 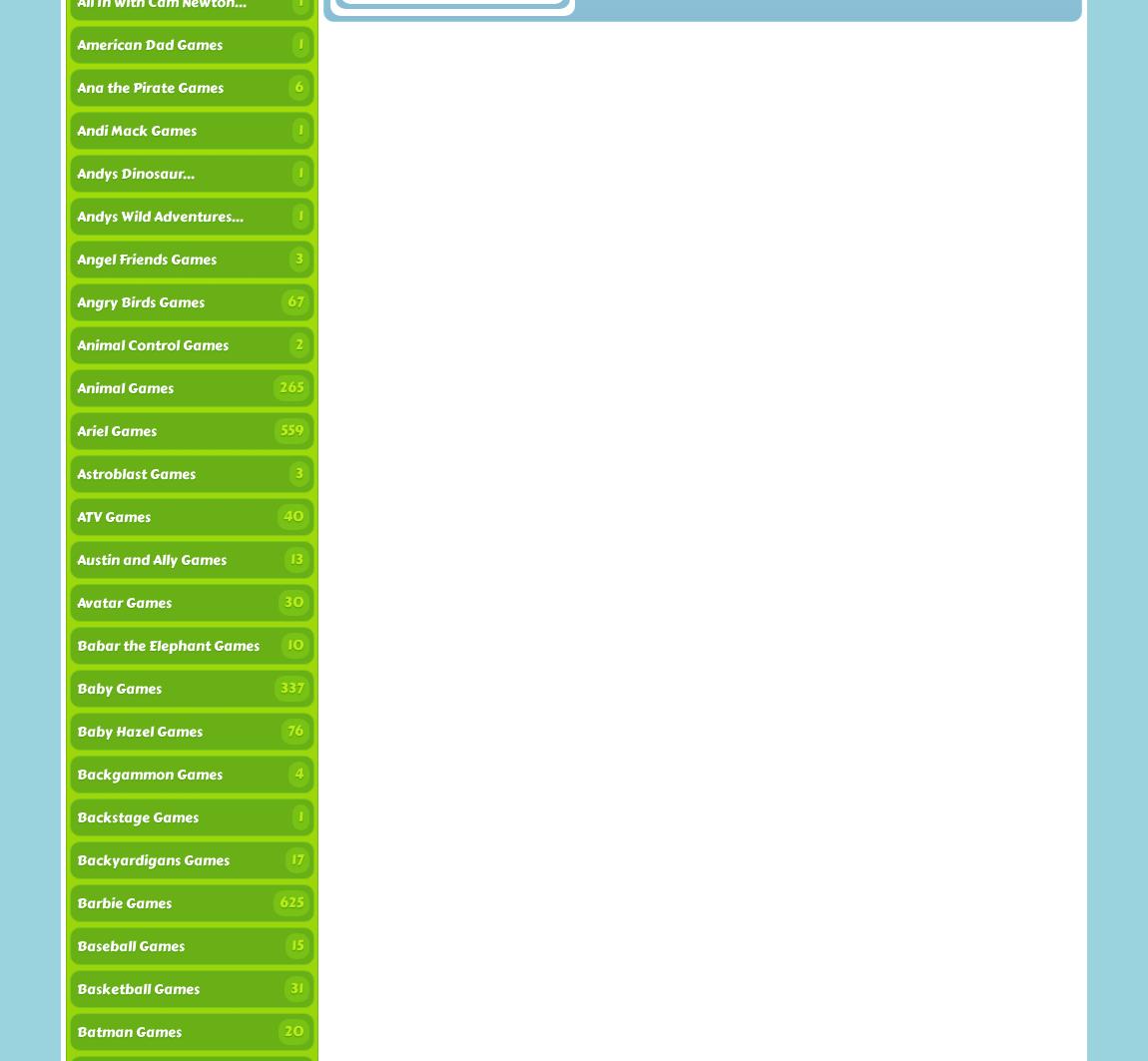 I want to click on 'Baby Hazel Games', so click(x=138, y=731).